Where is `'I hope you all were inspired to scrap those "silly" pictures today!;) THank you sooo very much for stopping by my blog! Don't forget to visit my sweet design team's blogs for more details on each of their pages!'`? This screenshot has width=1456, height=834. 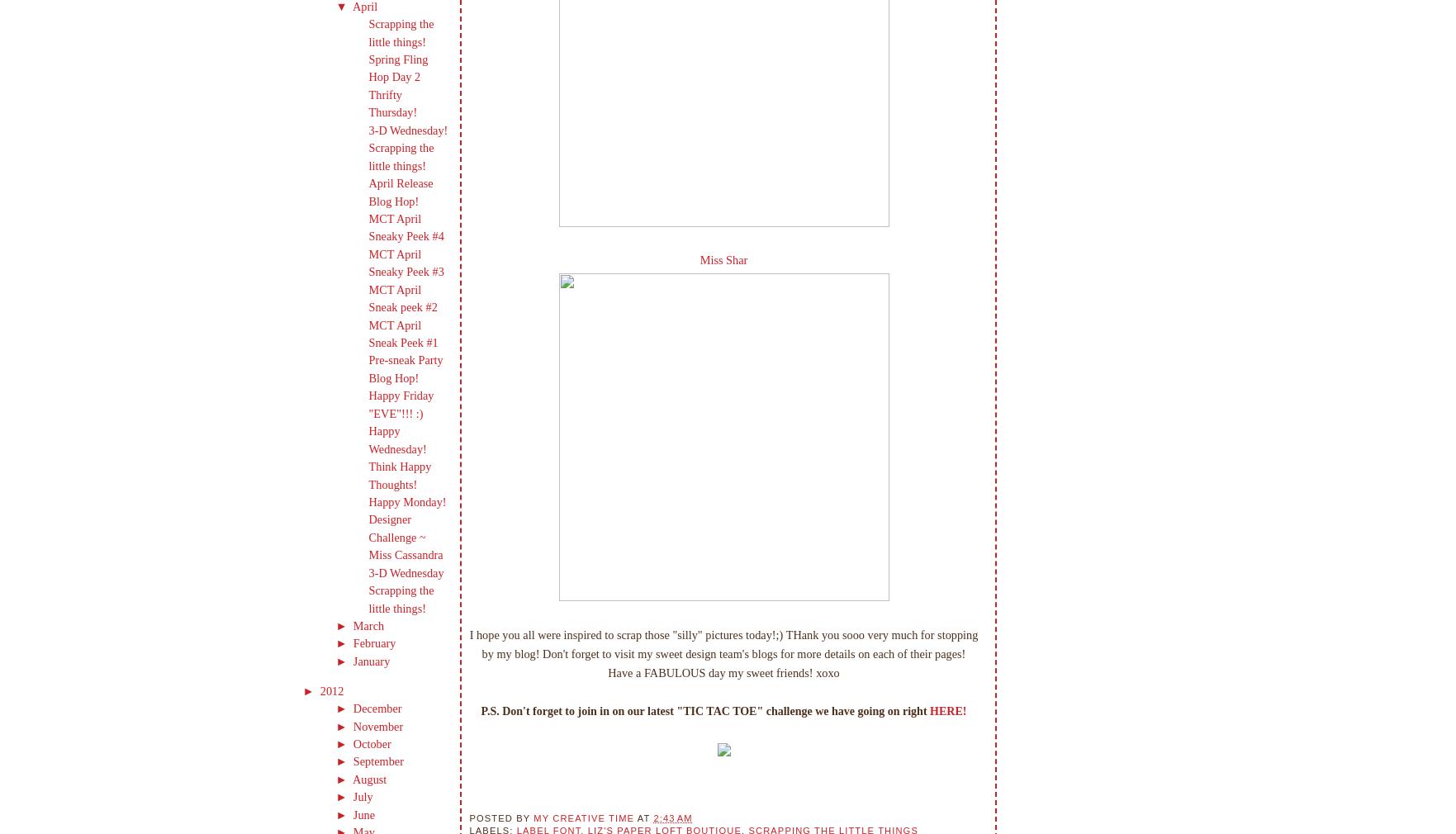 'I hope you all were inspired to scrap those "silly" pictures today!;) THank you sooo very much for stopping by my blog! Don't forget to visit my sweet design team's blogs for more details on each of their pages!' is located at coordinates (469, 644).